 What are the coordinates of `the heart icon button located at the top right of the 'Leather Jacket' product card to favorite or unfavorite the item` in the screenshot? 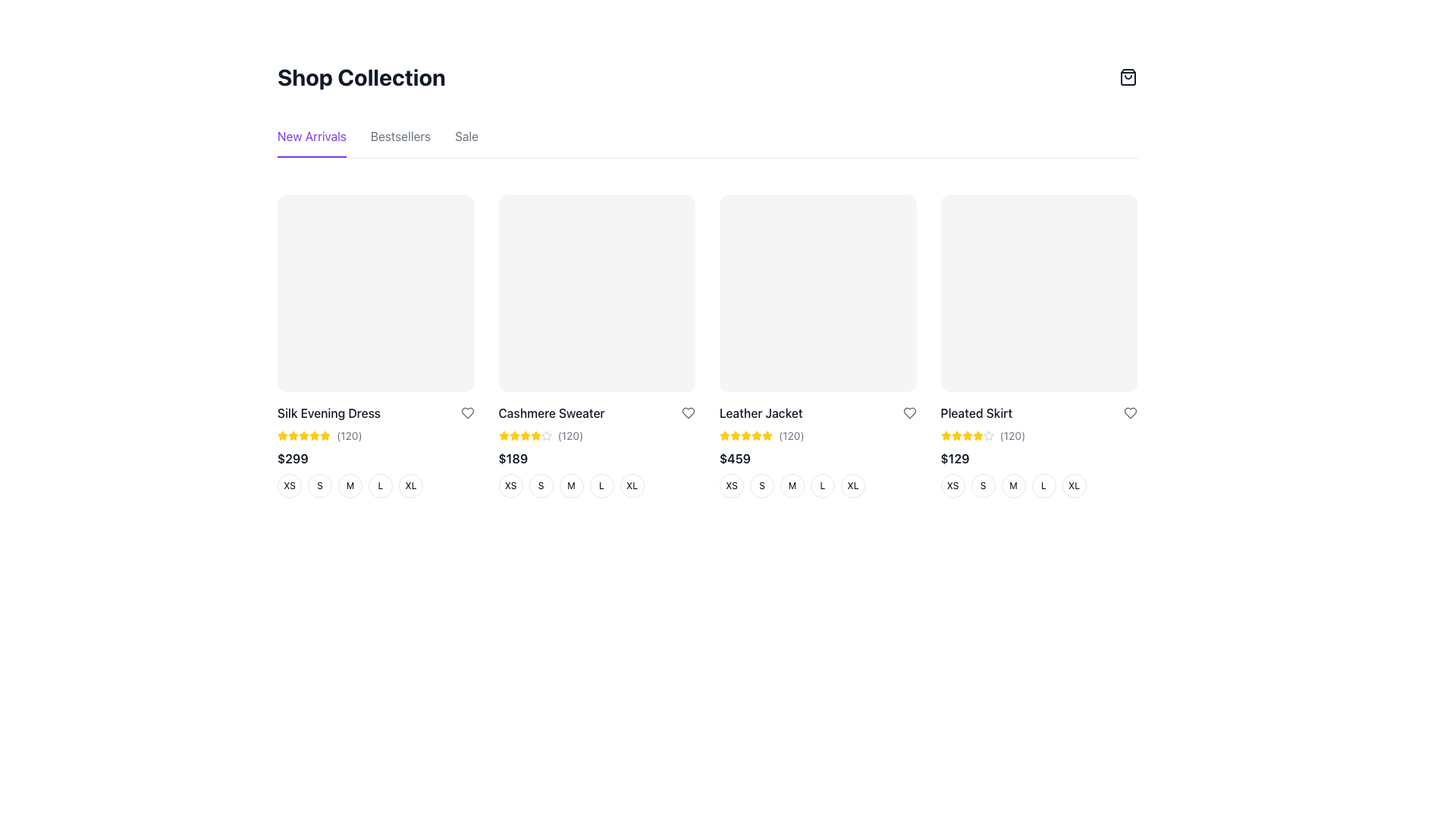 It's located at (909, 413).